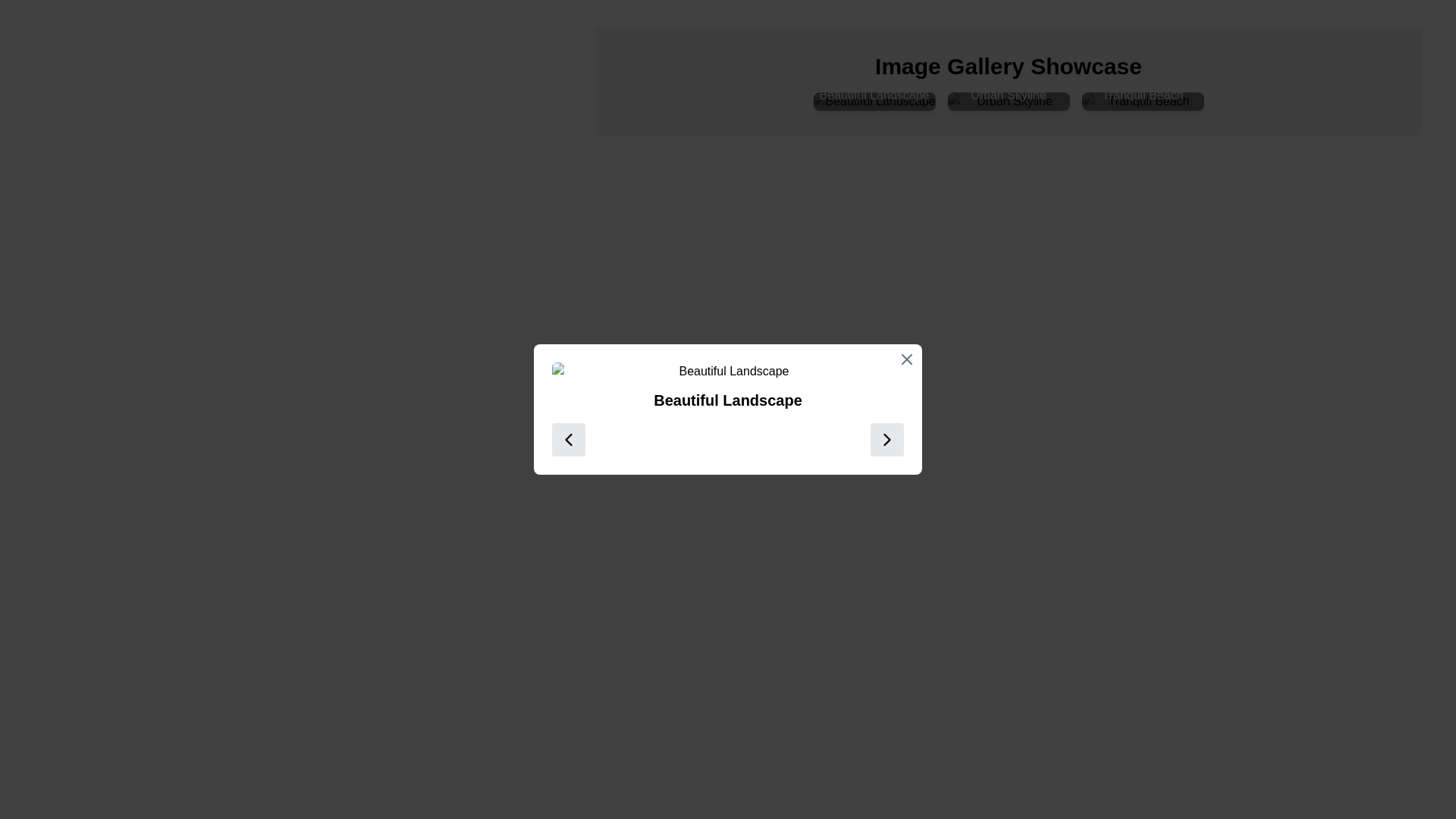  Describe the element at coordinates (567, 439) in the screenshot. I see `the leftmost SVG-based navigation button icon located in the lower central area of the dialog box` at that location.